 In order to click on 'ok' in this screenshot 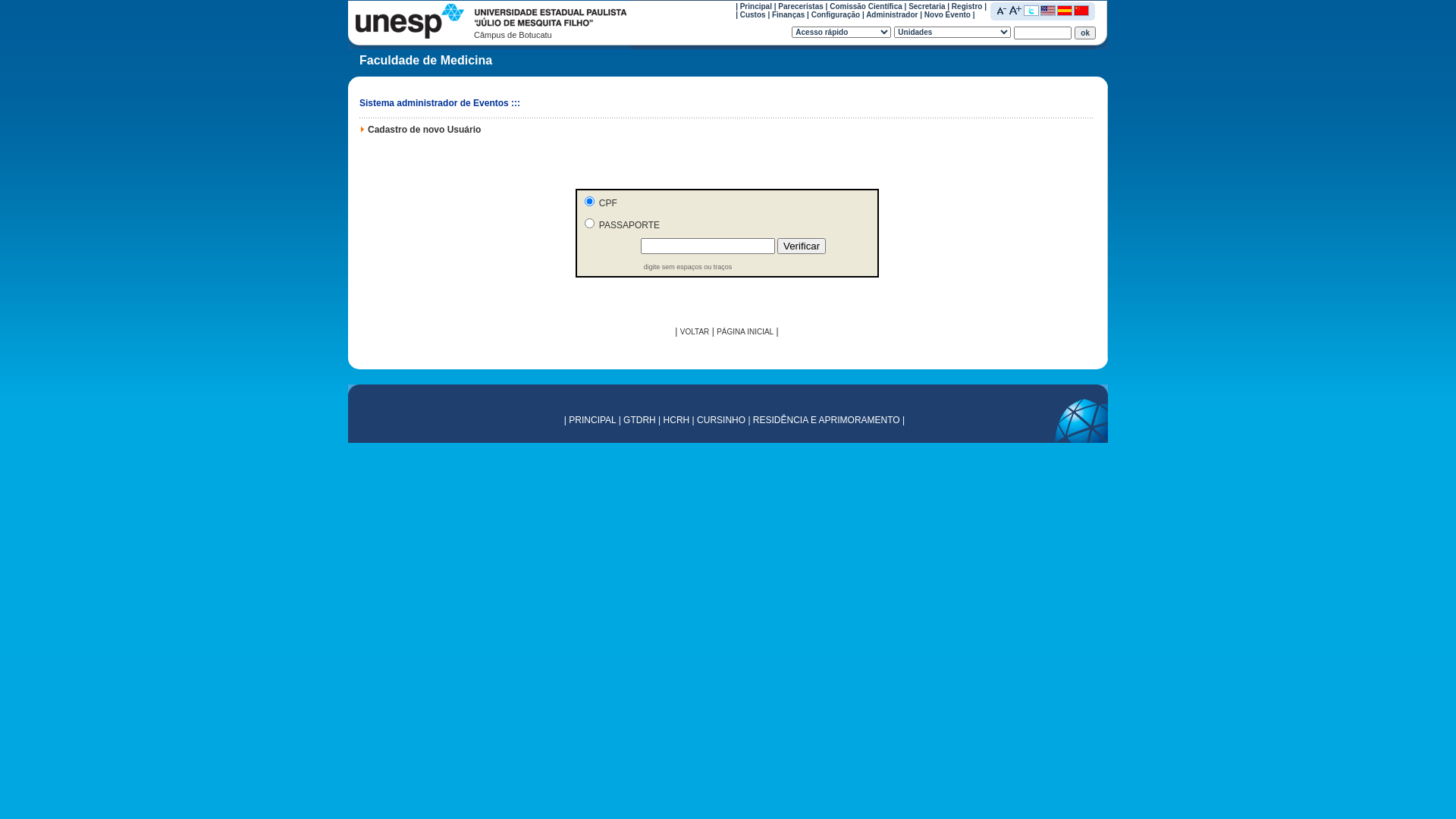, I will do `click(1084, 32)`.